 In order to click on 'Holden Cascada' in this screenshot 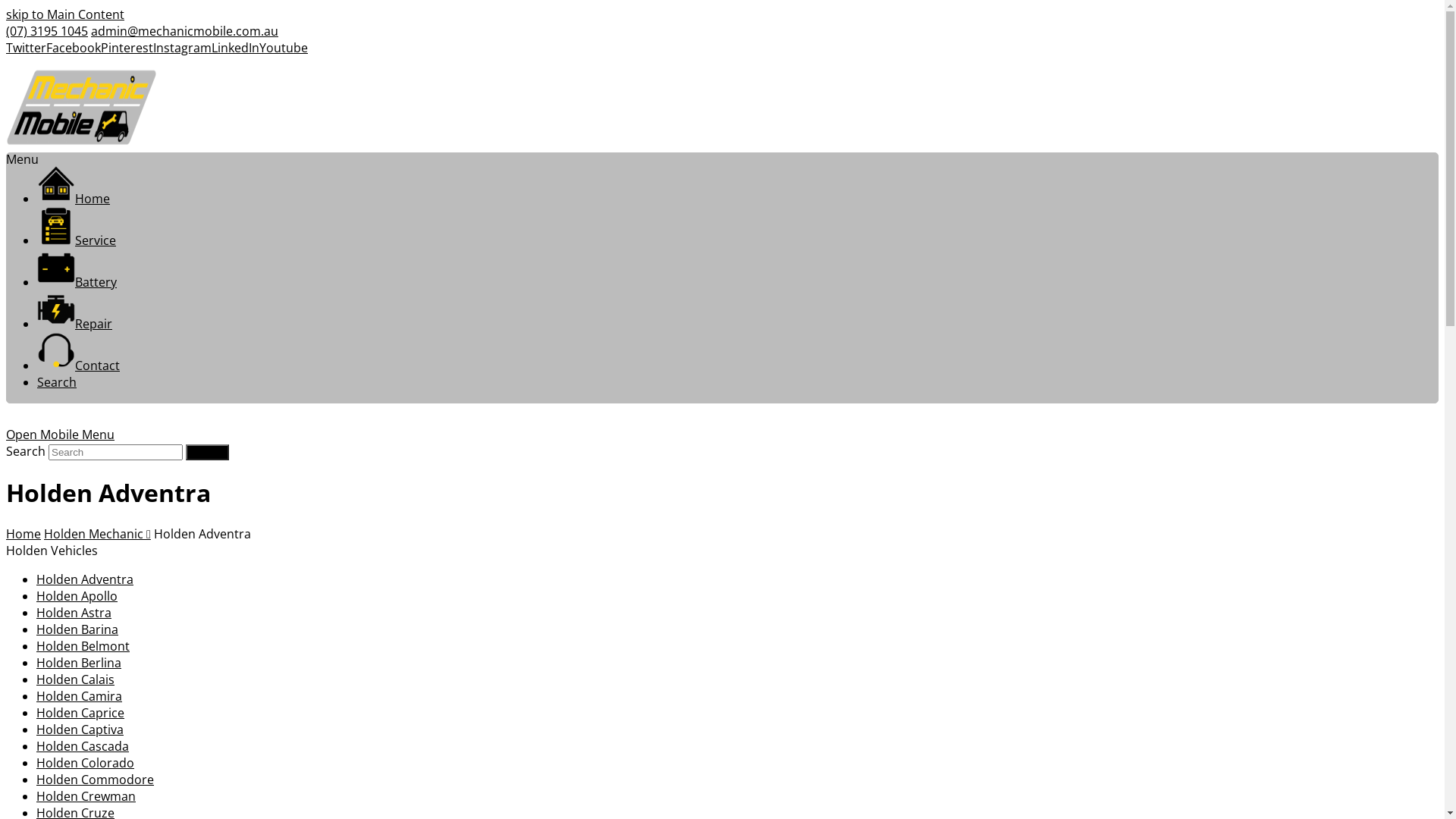, I will do `click(82, 745)`.